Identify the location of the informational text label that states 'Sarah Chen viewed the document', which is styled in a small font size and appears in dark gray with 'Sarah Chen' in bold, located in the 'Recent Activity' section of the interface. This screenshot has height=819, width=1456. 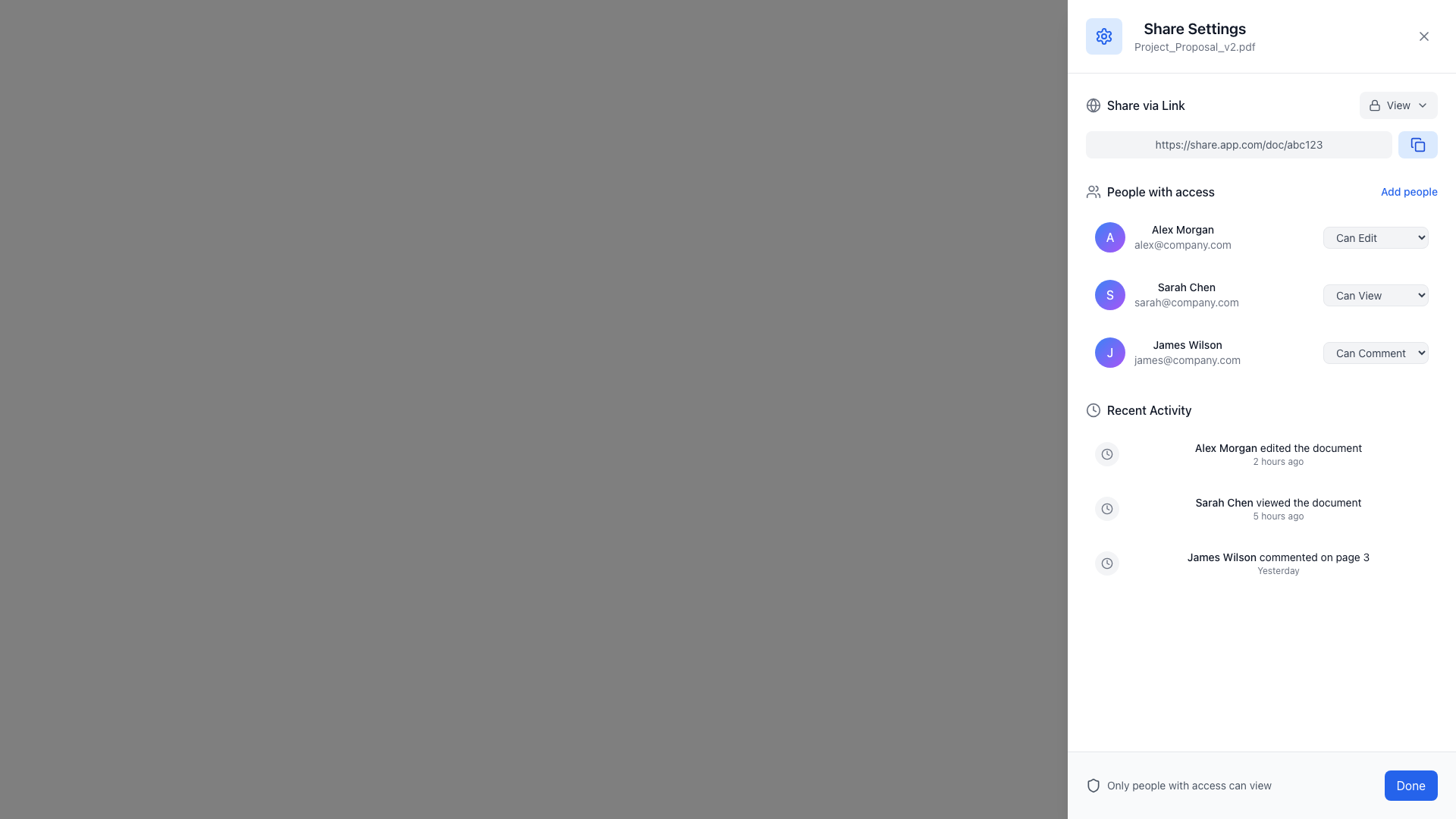
(1277, 503).